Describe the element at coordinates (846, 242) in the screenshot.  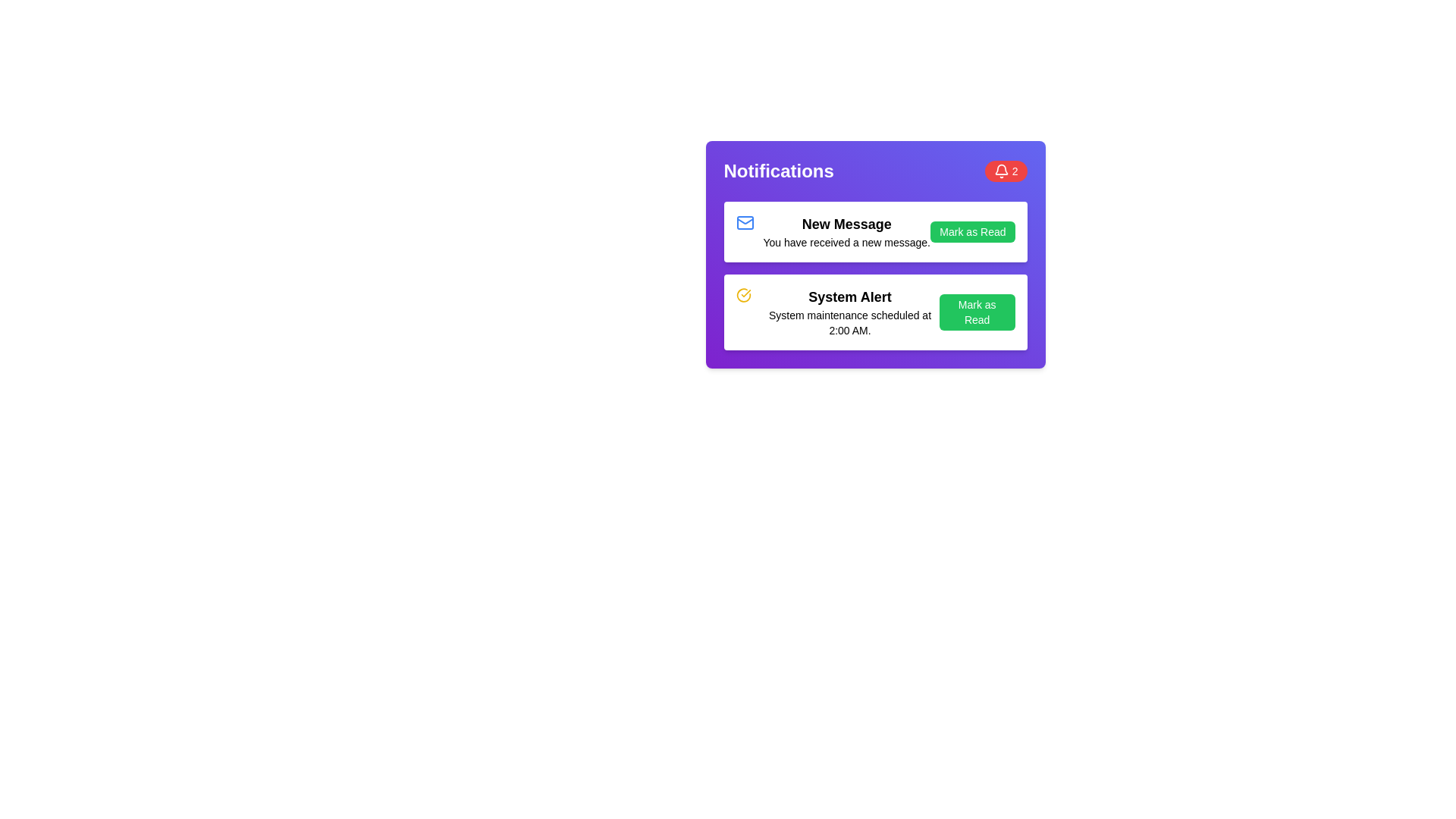
I see `the Text label that provides additional details about the 'New Message' notification, located beneath the title text in the notification card` at that location.